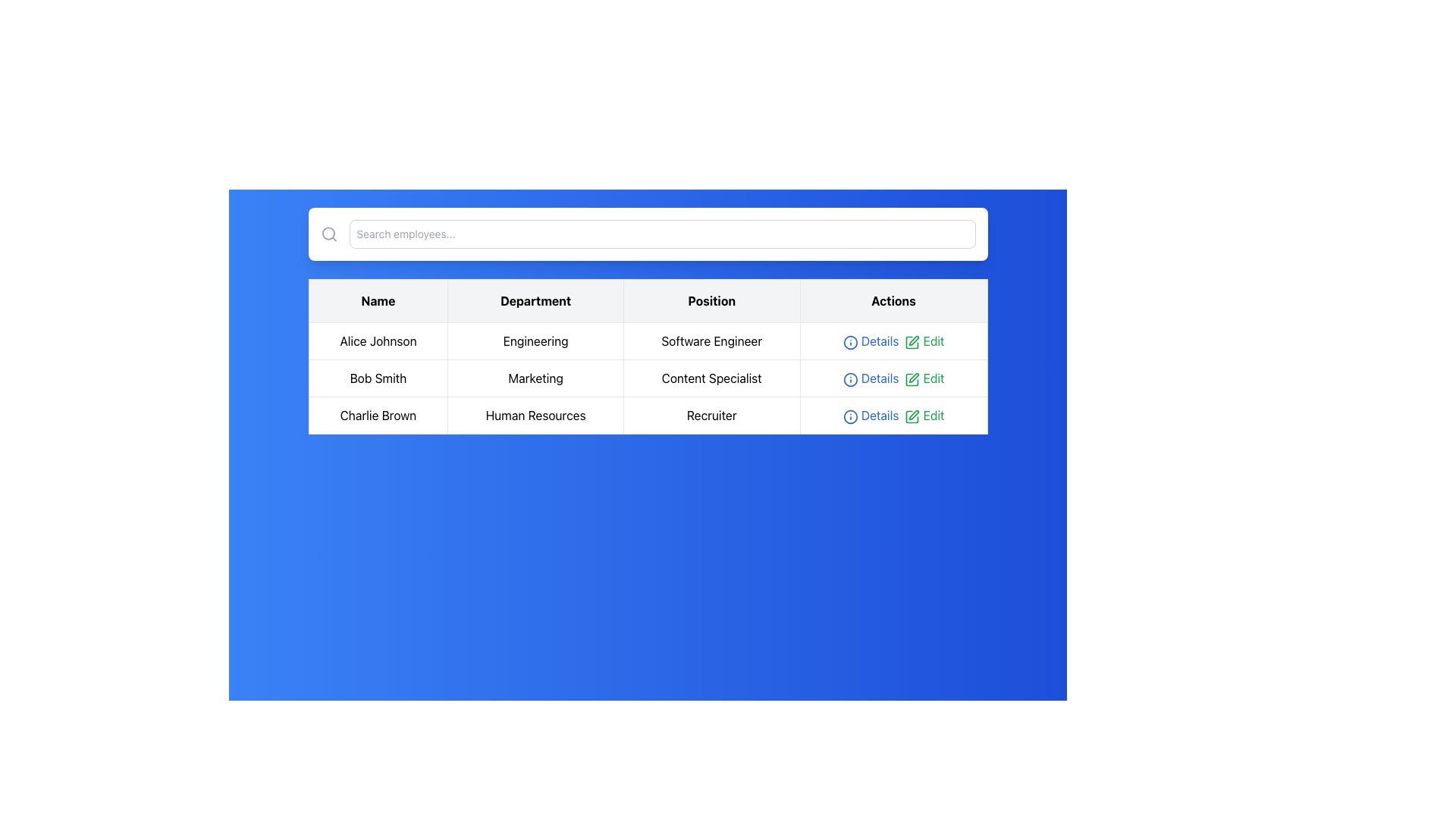 This screenshot has height=819, width=1456. I want to click on the interactive link in the 'Actions' column of the second row of the table, so click(924, 377).